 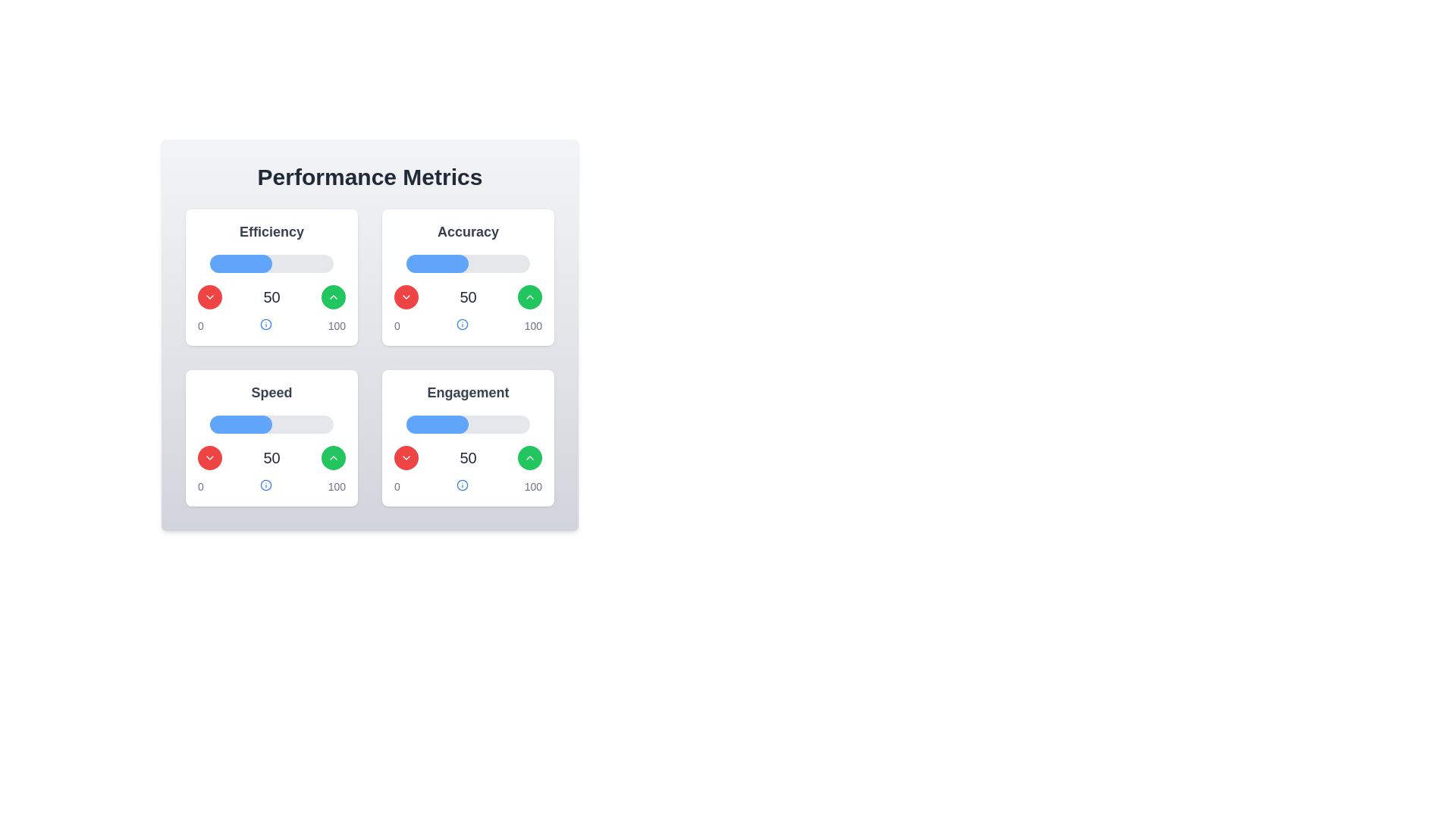 I want to click on the circular red button with white text and a downward-facing chevron icon located in the 'Engagement' card, below the blue progress bar and to the left of the numeric value '50', so click(x=406, y=457).